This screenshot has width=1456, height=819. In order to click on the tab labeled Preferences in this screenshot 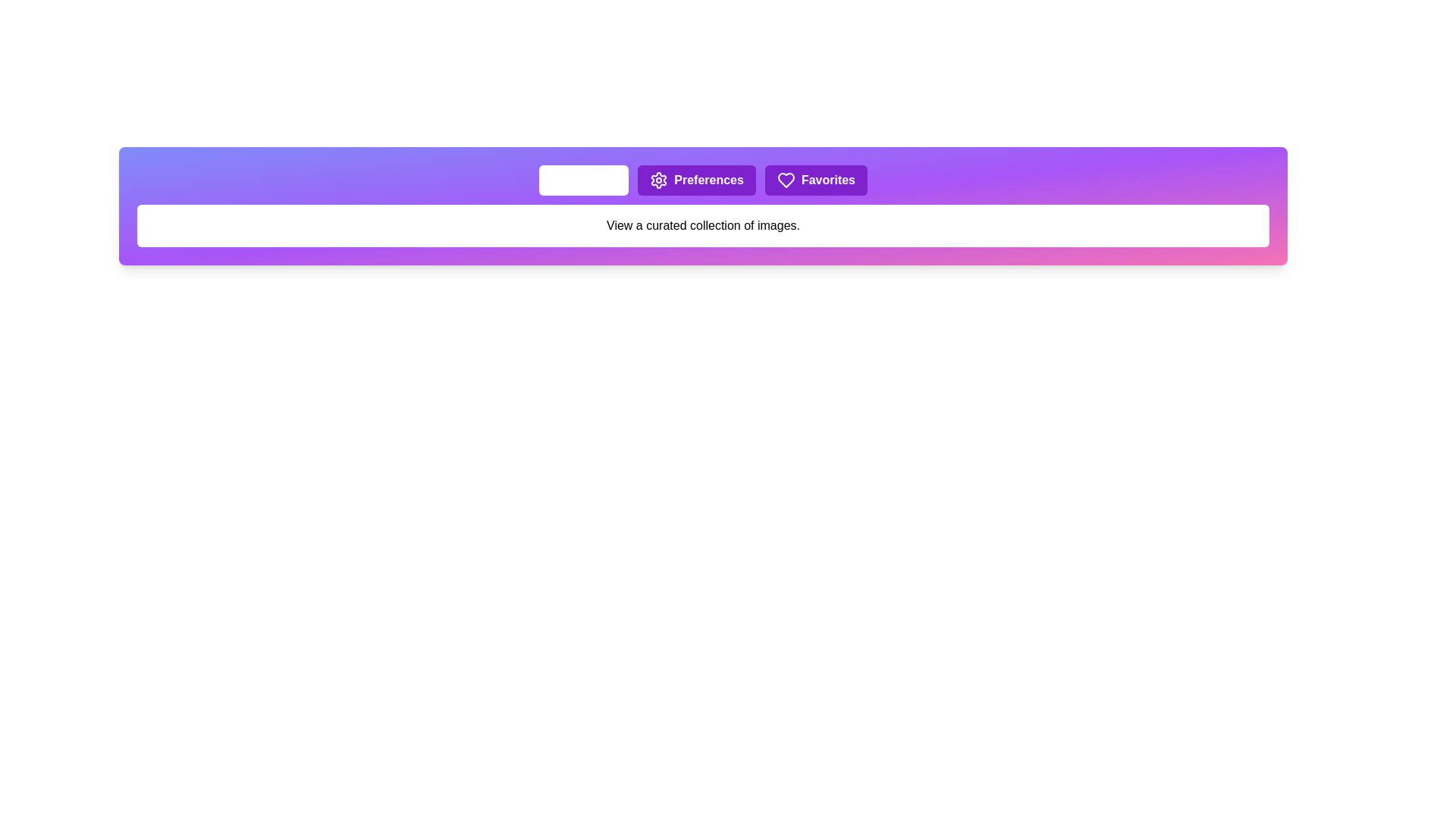, I will do `click(695, 180)`.